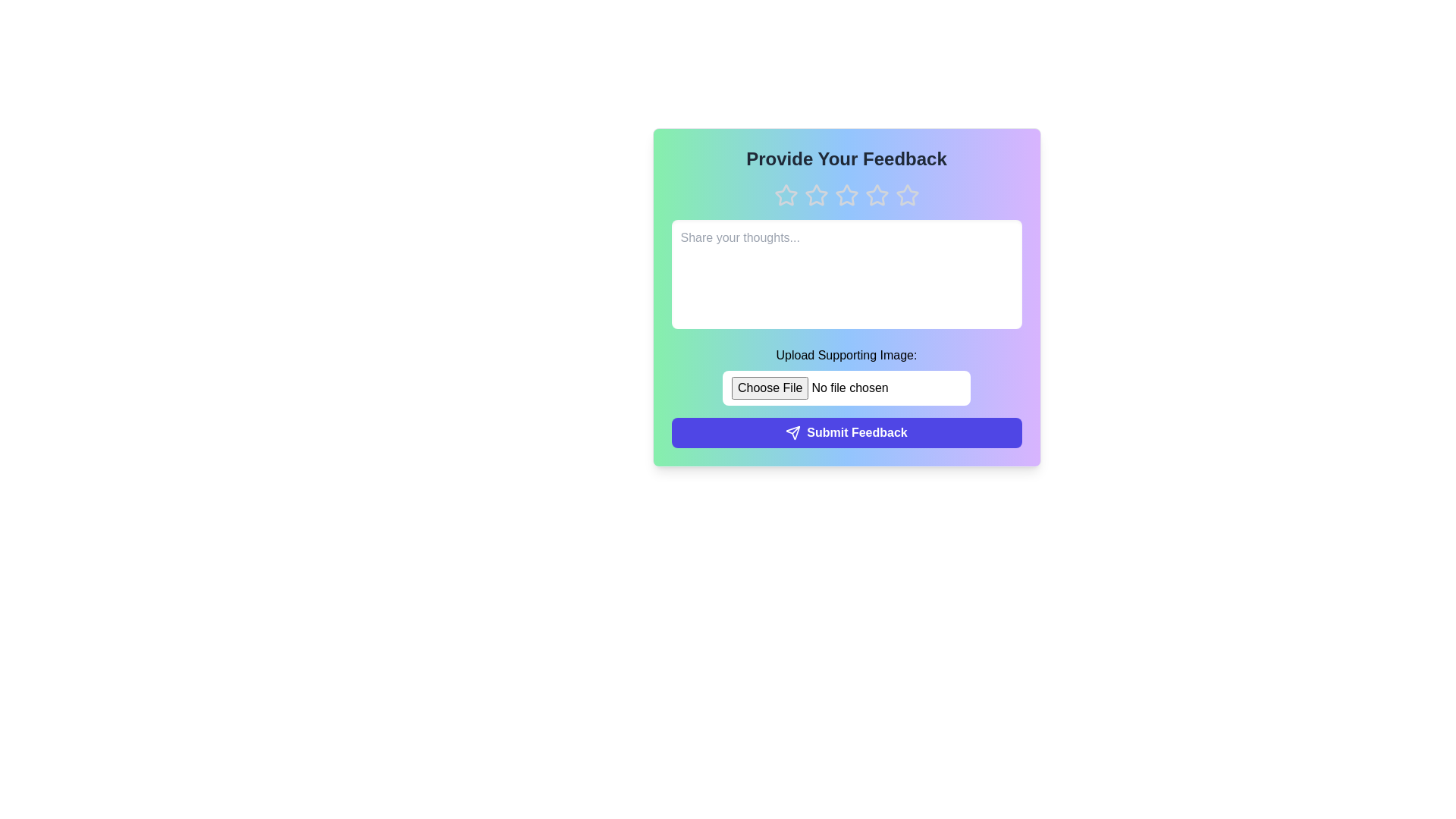 The height and width of the screenshot is (819, 1456). Describe the element at coordinates (846, 158) in the screenshot. I see `heading that displays 'Provide Your Feedback', which is styled with a bold, large font and centered alignment at the top of the feedback form` at that location.